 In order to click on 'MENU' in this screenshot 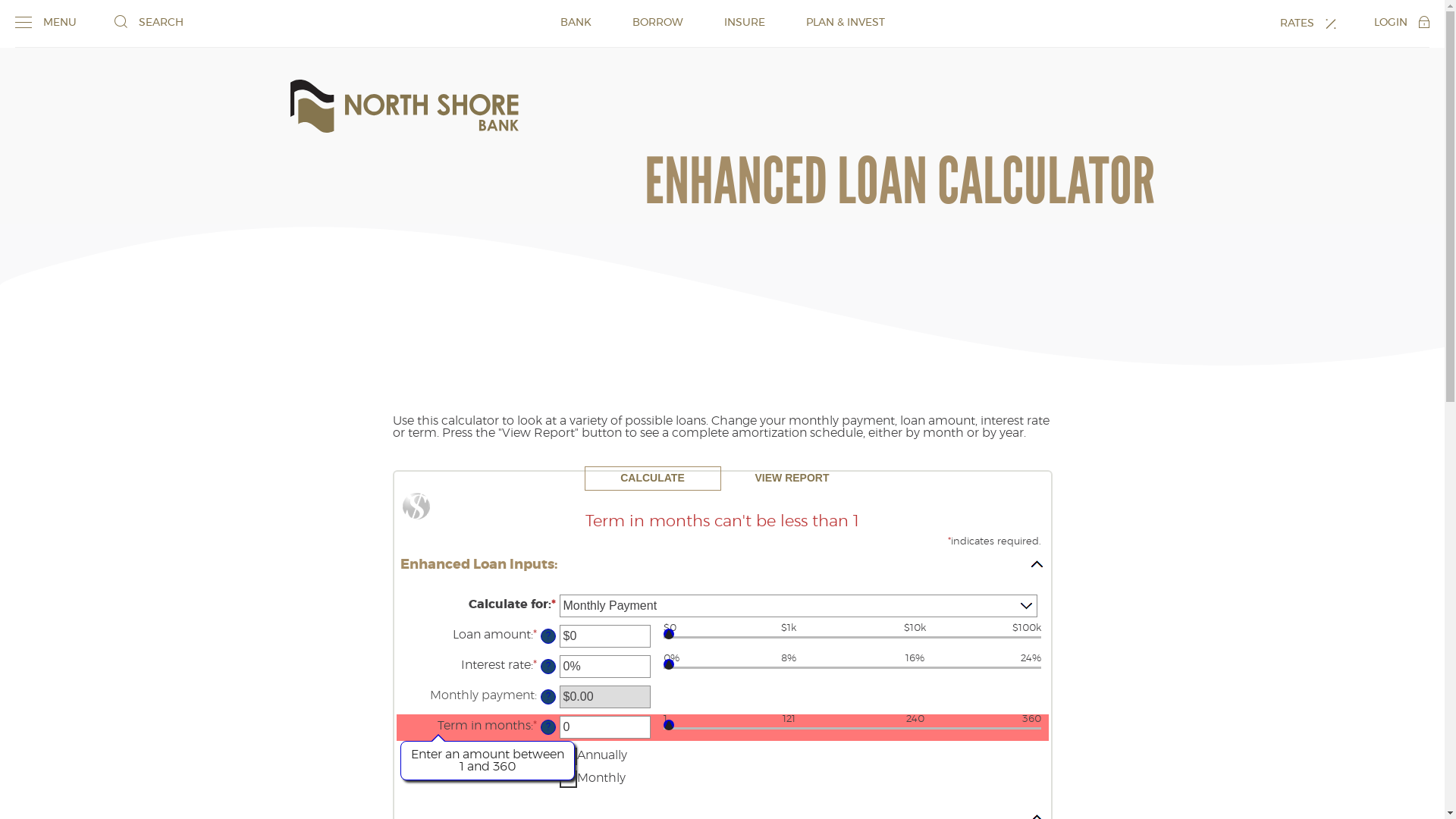, I will do `click(14, 22)`.